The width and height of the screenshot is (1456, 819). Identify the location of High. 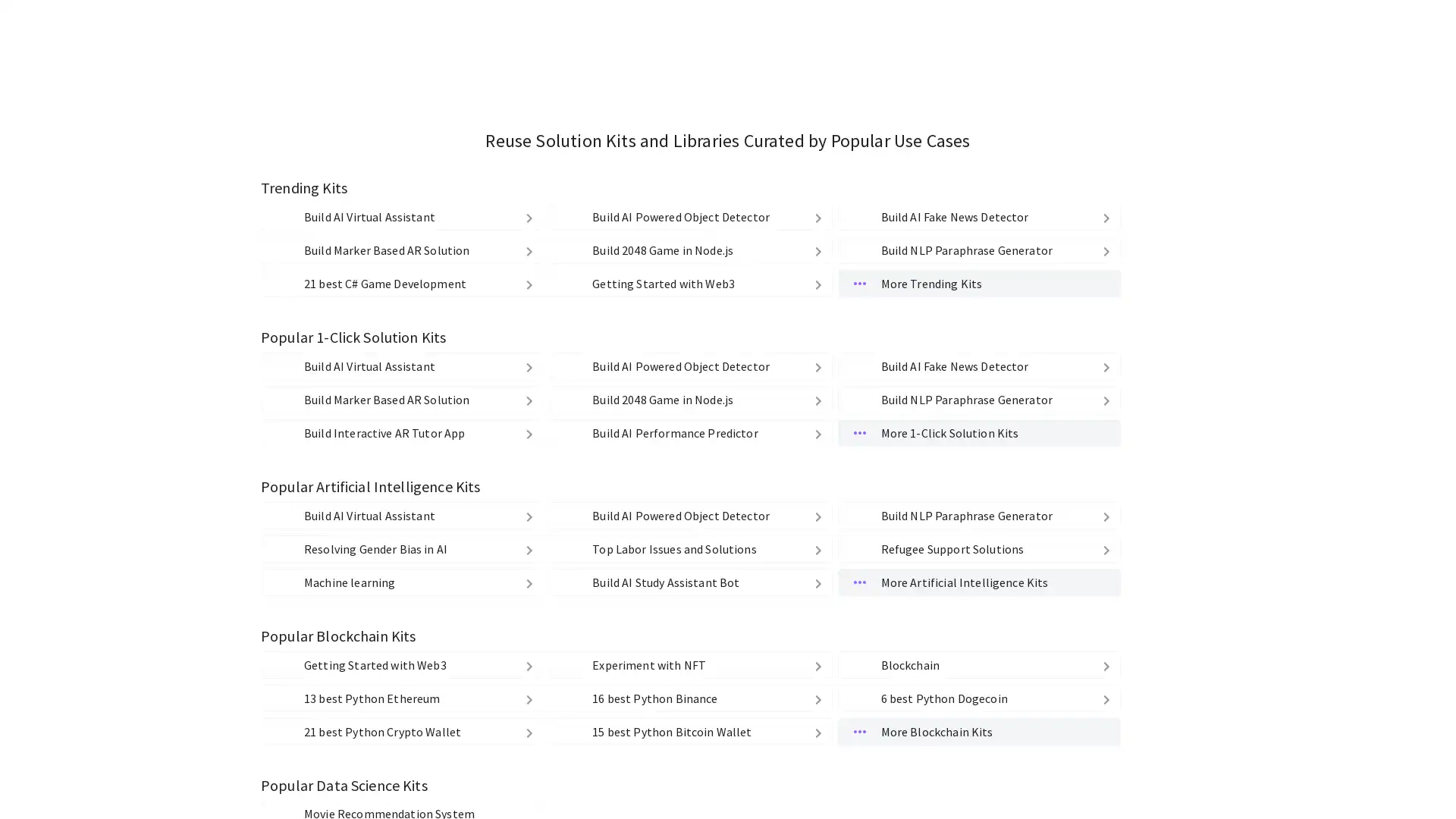
(749, 382).